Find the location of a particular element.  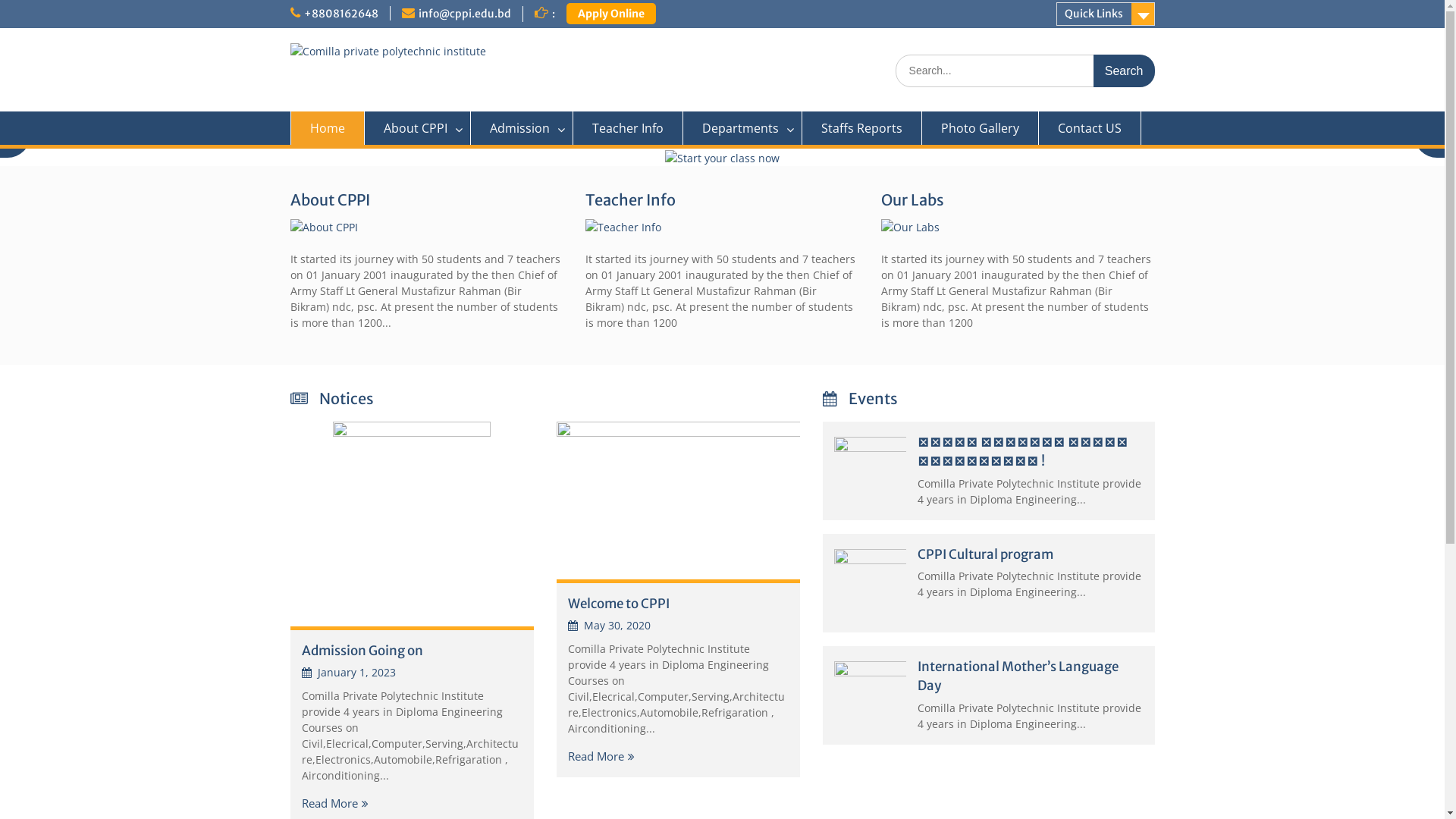

'+8808162648' is located at coordinates (340, 14).